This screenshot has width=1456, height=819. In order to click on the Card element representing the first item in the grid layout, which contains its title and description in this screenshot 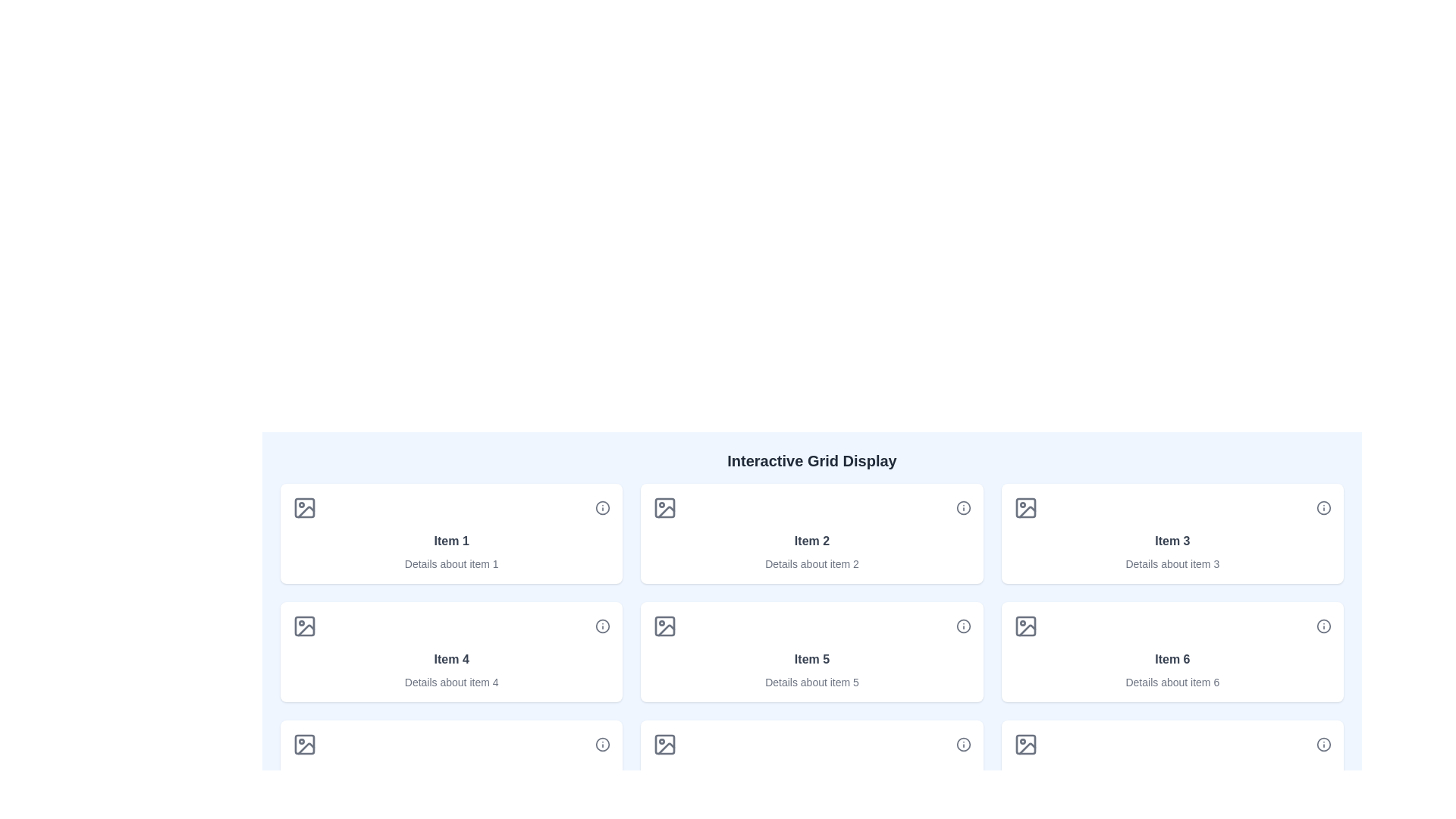, I will do `click(450, 533)`.